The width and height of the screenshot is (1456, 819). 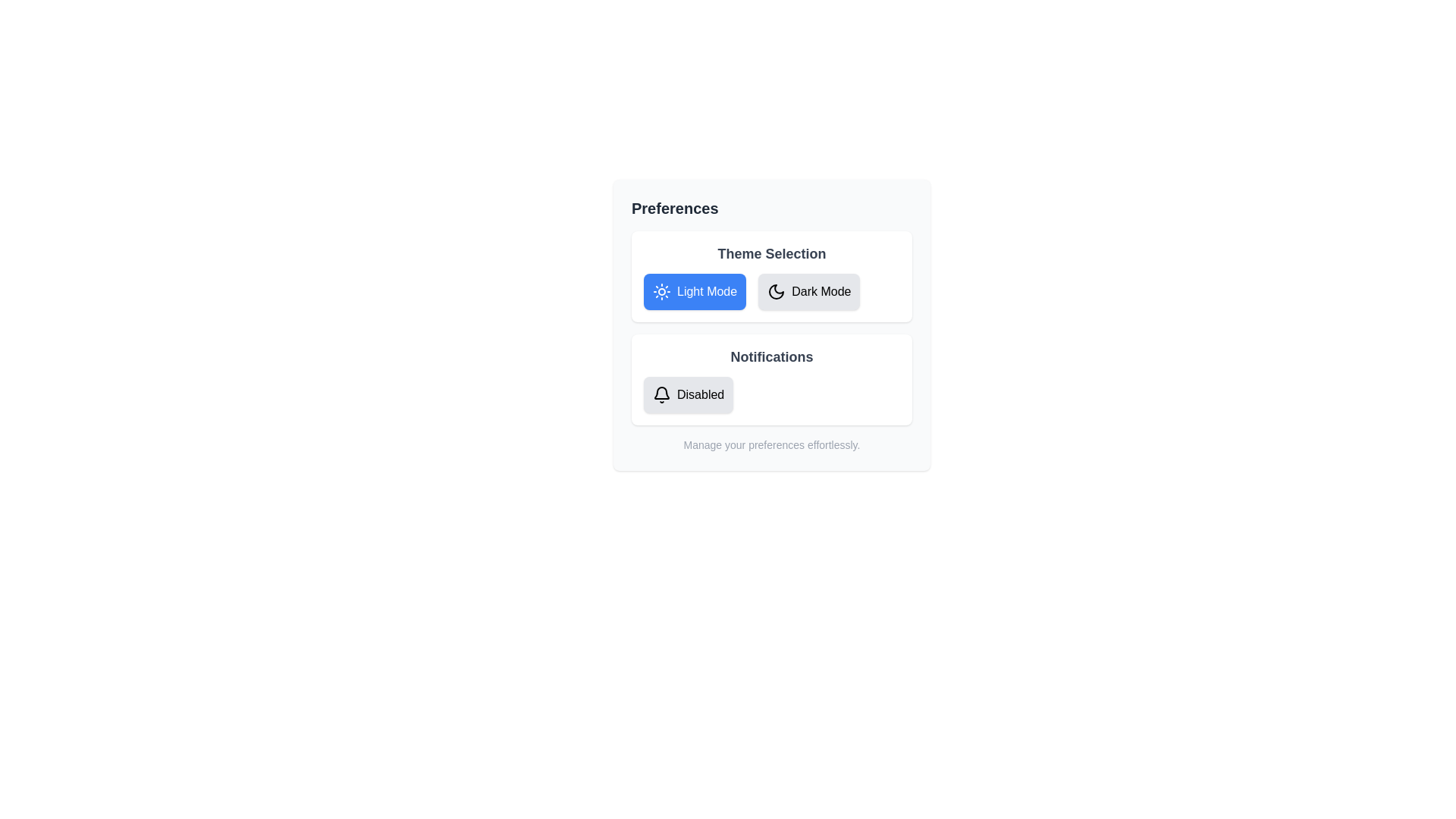 What do you see at coordinates (821, 292) in the screenshot?
I see `the 'Dark Mode' text label` at bounding box center [821, 292].